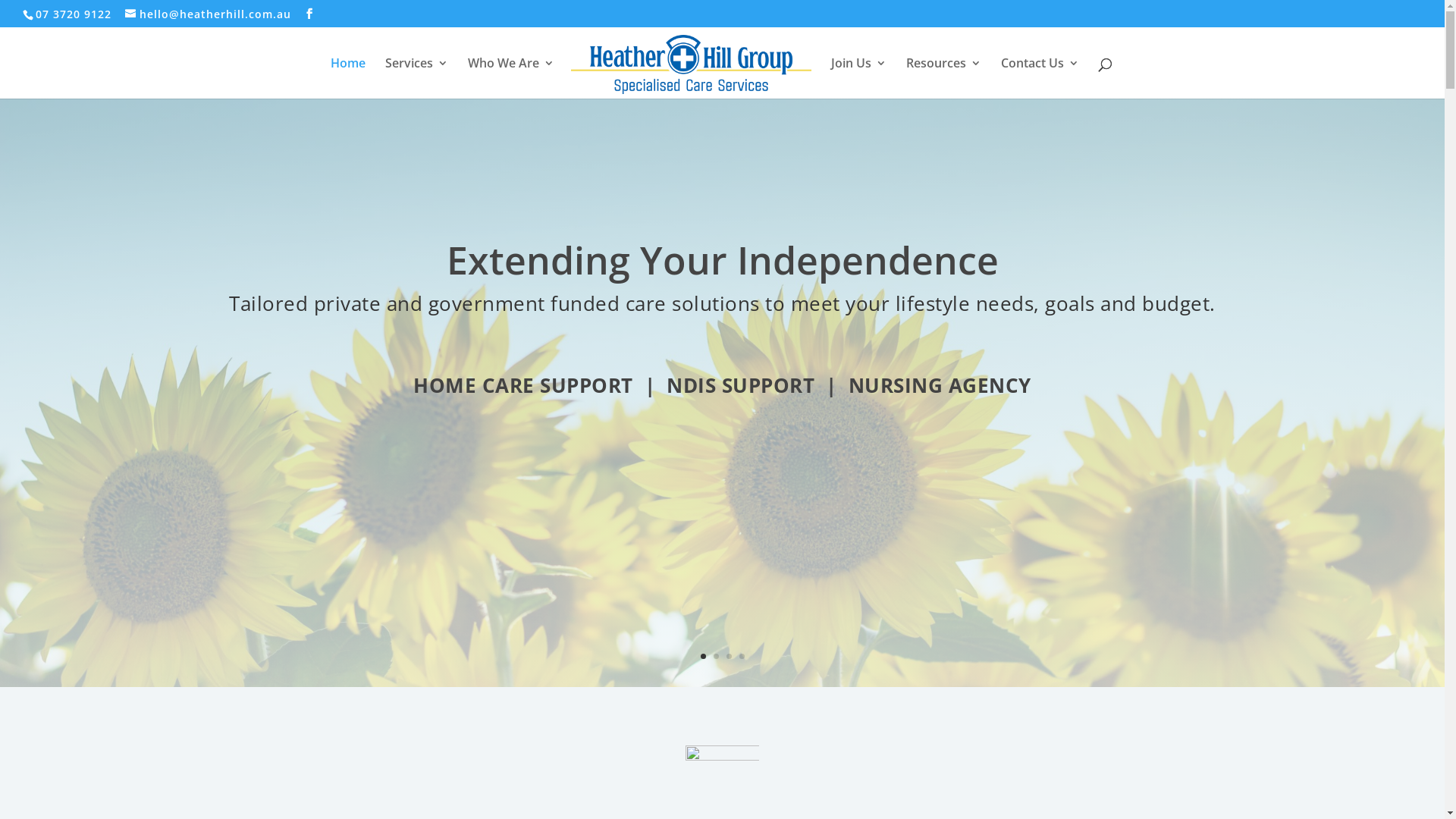 The height and width of the screenshot is (819, 1456). Describe the element at coordinates (702, 655) in the screenshot. I see `'1'` at that location.